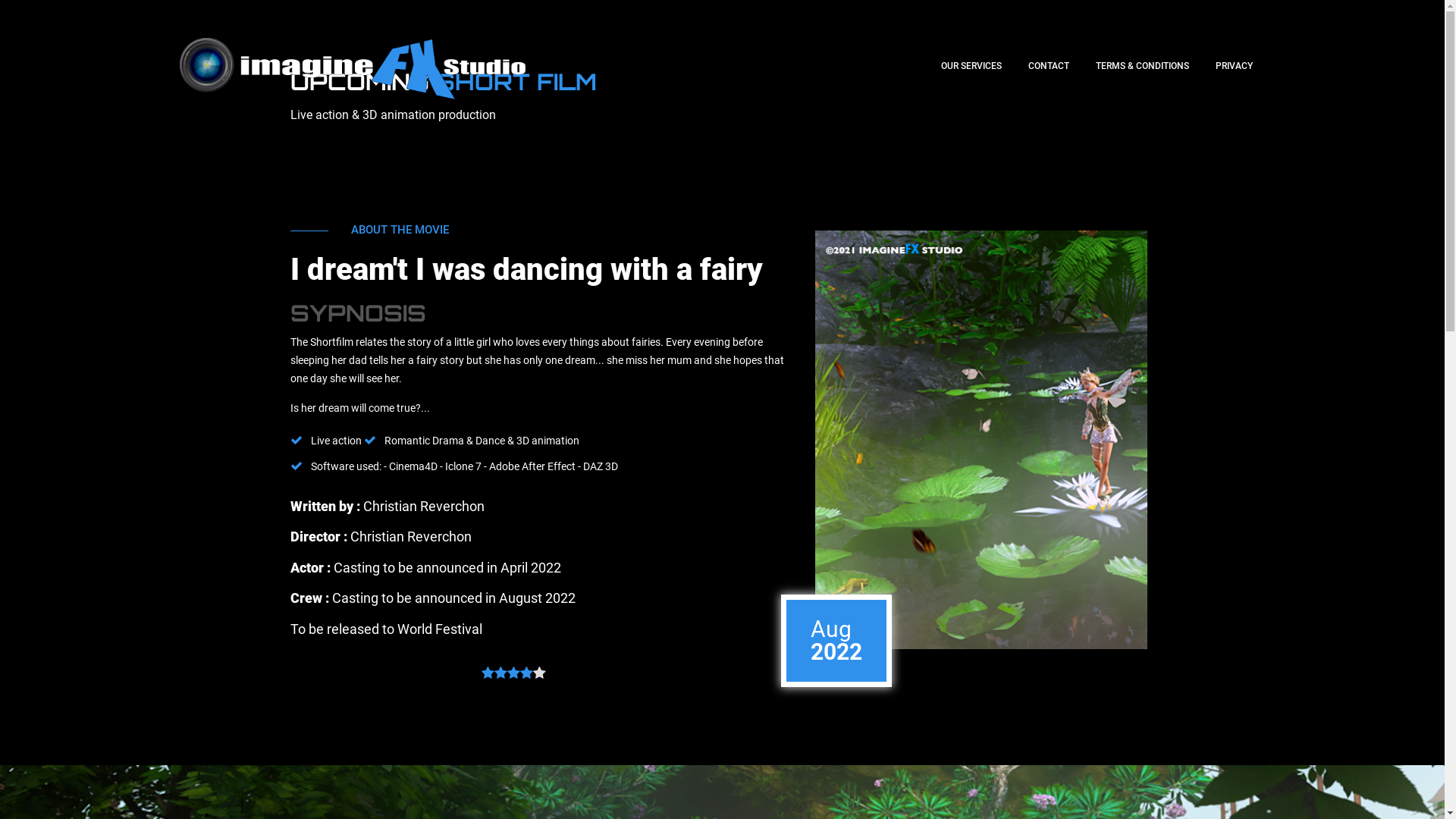 This screenshot has width=1456, height=819. Describe the element at coordinates (1234, 65) in the screenshot. I see `'PRIVACY'` at that location.